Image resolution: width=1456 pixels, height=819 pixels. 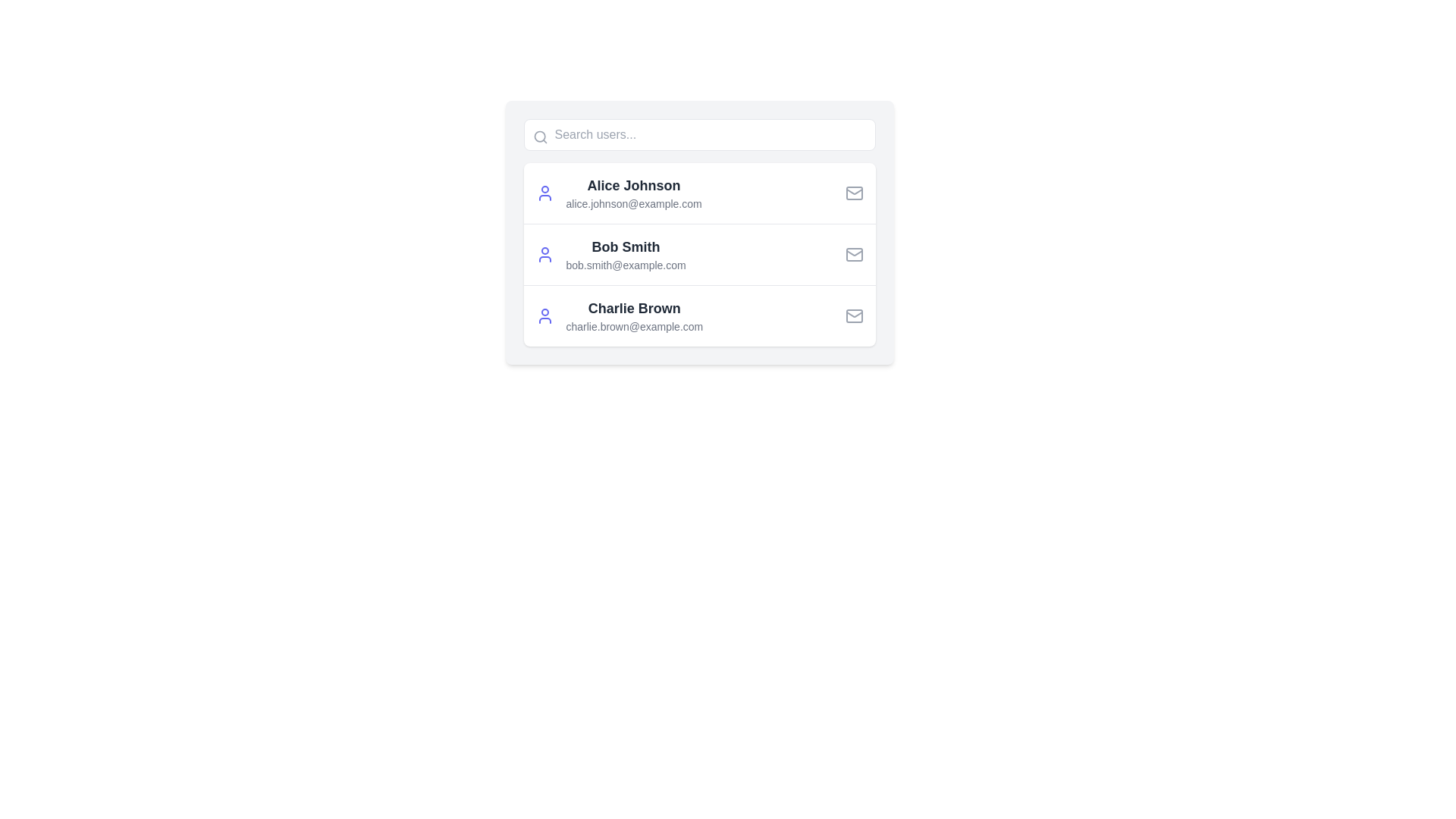 What do you see at coordinates (634, 203) in the screenshot?
I see `the text label displaying the email address 'alice.johnson@example.com', which is styled in a light gray font and located directly below 'Alice Johnson' in the user information card list` at bounding box center [634, 203].